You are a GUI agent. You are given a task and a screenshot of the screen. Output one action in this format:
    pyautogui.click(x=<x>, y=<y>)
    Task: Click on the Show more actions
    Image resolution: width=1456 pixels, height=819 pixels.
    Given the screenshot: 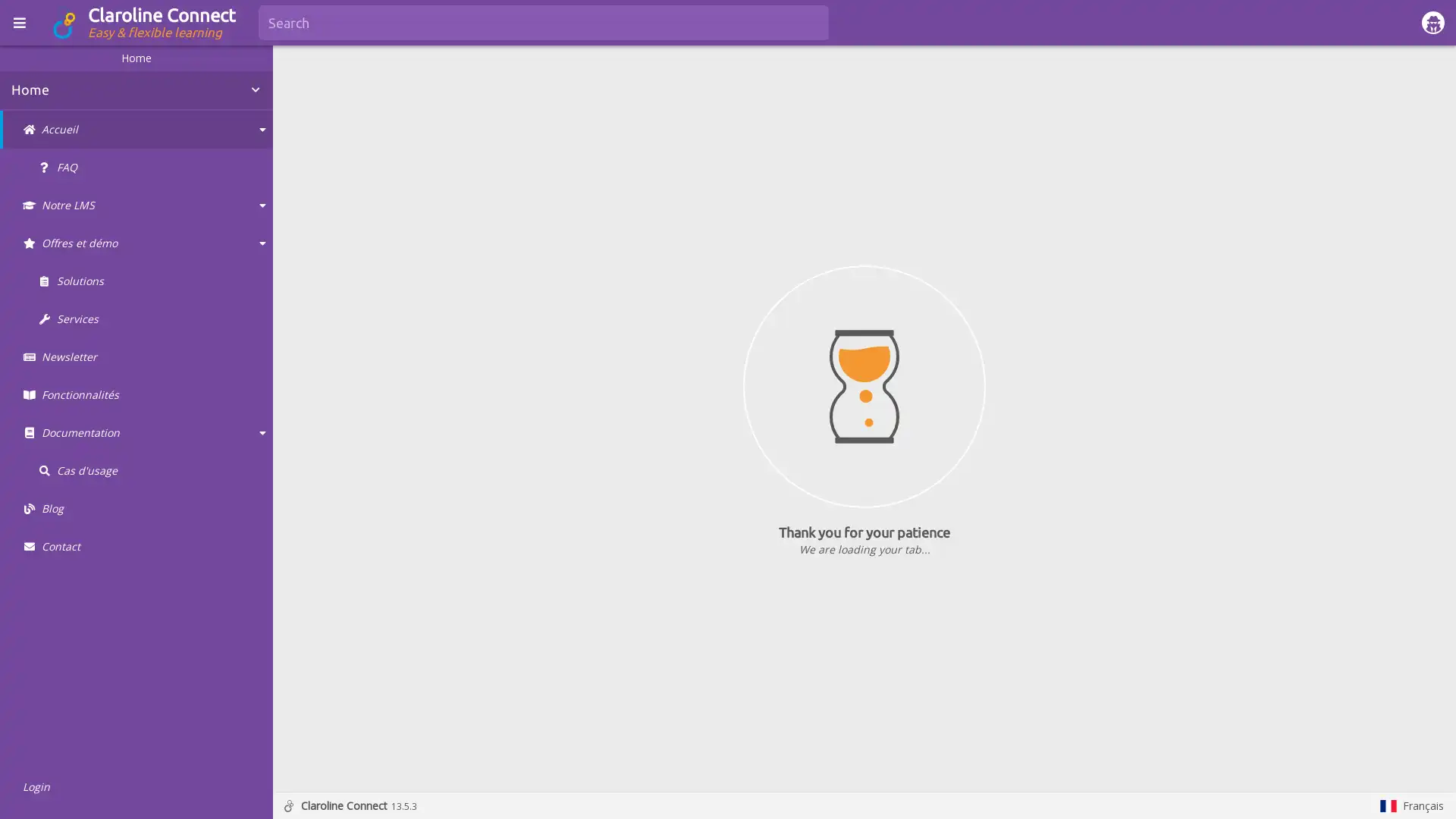 What is the action you would take?
    pyautogui.click(x=1426, y=268)
    